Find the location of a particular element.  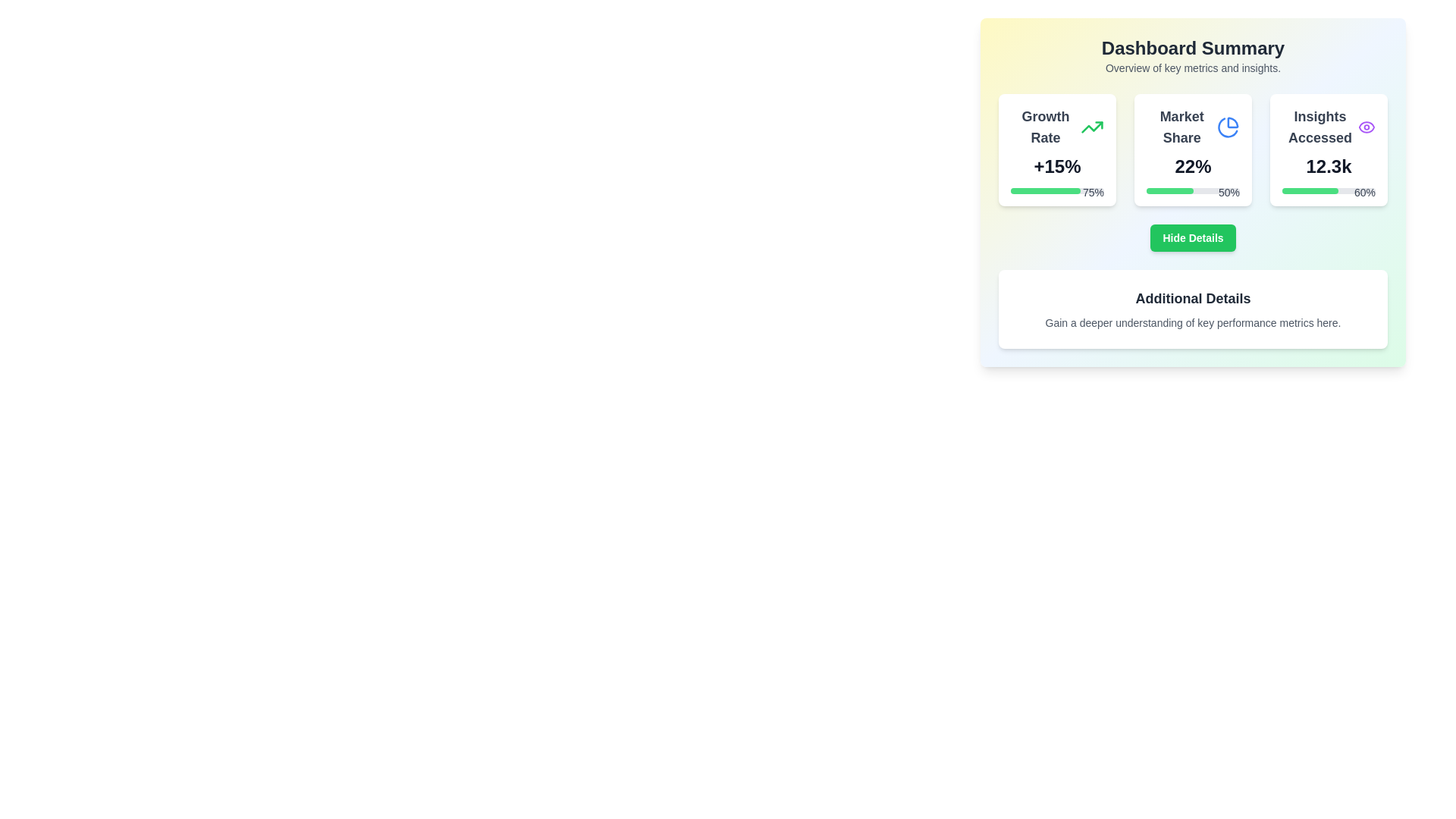

the text label displaying 'Dashboard Summary' which is prominently positioned at the top of its section is located at coordinates (1192, 48).